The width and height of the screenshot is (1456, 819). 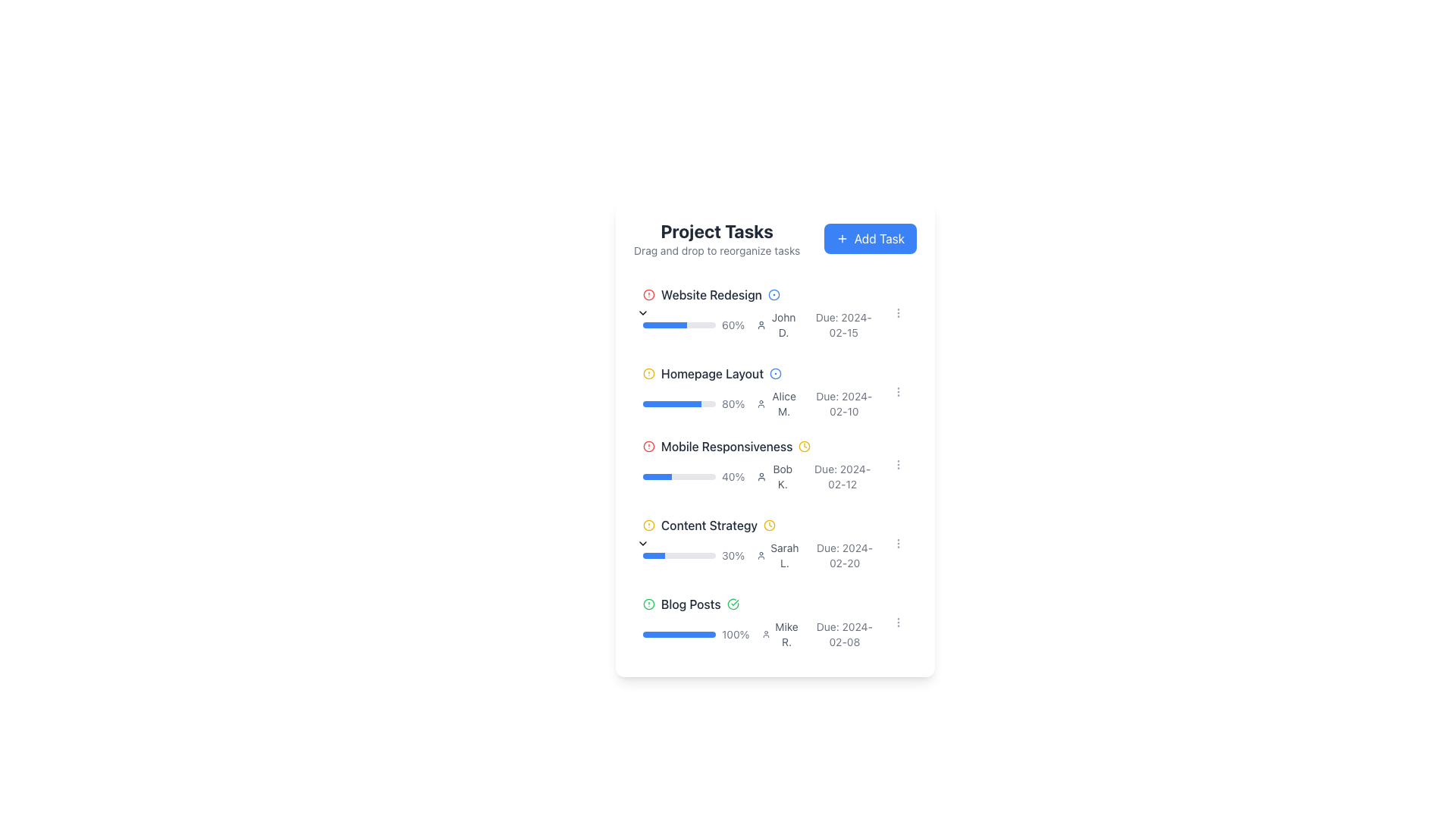 I want to click on the Toggle/Expand button, which is a small icon with a downward arrow next to a dot, located in the left portion of the 'Content Strategy' task row in the Project Tasks, so click(x=633, y=543).